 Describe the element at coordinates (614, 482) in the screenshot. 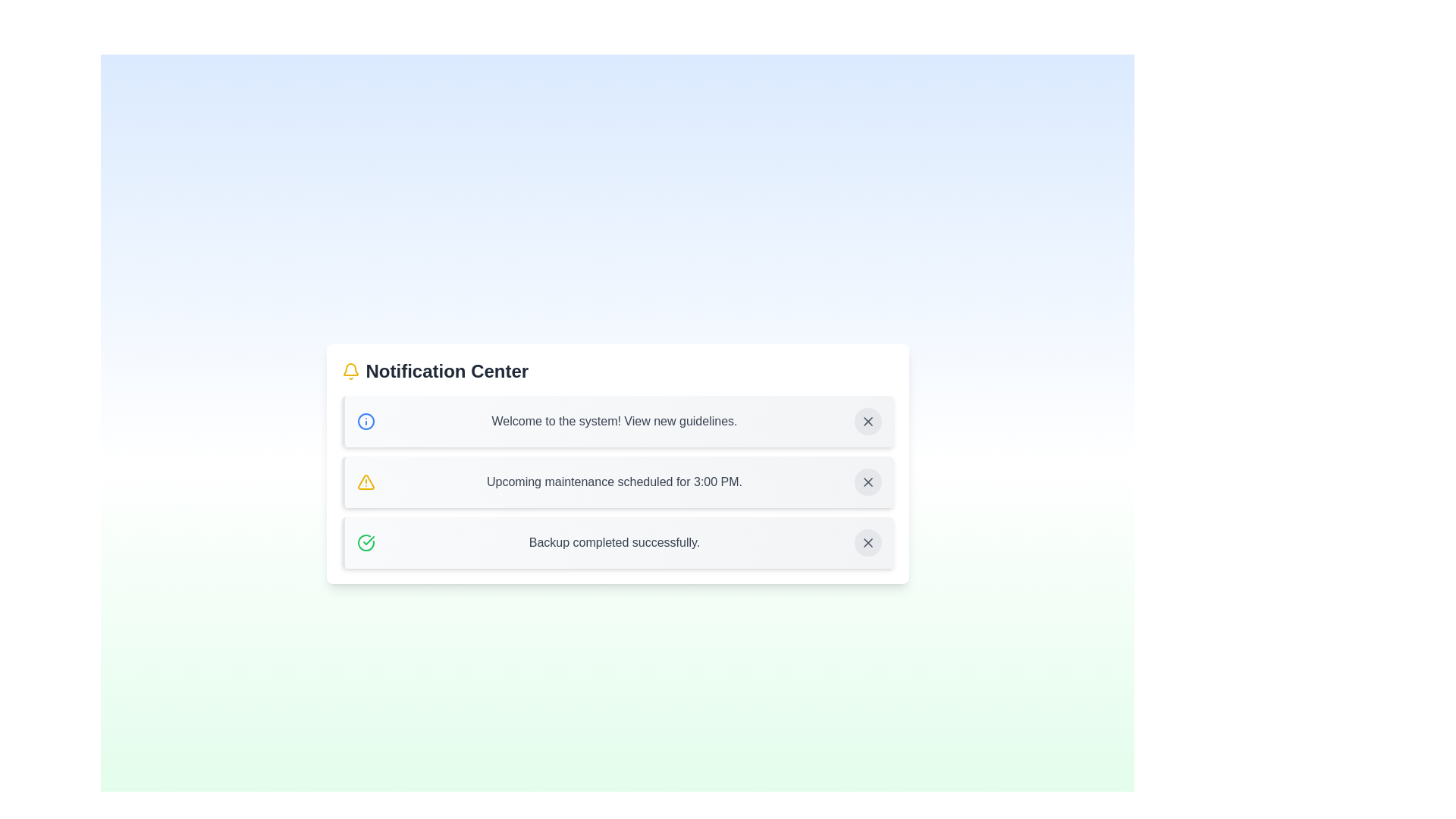

I see `the static text label that states 'Upcoming maintenance scheduled for 3:00 PM.' in the second notification card of the Notification Center` at that location.